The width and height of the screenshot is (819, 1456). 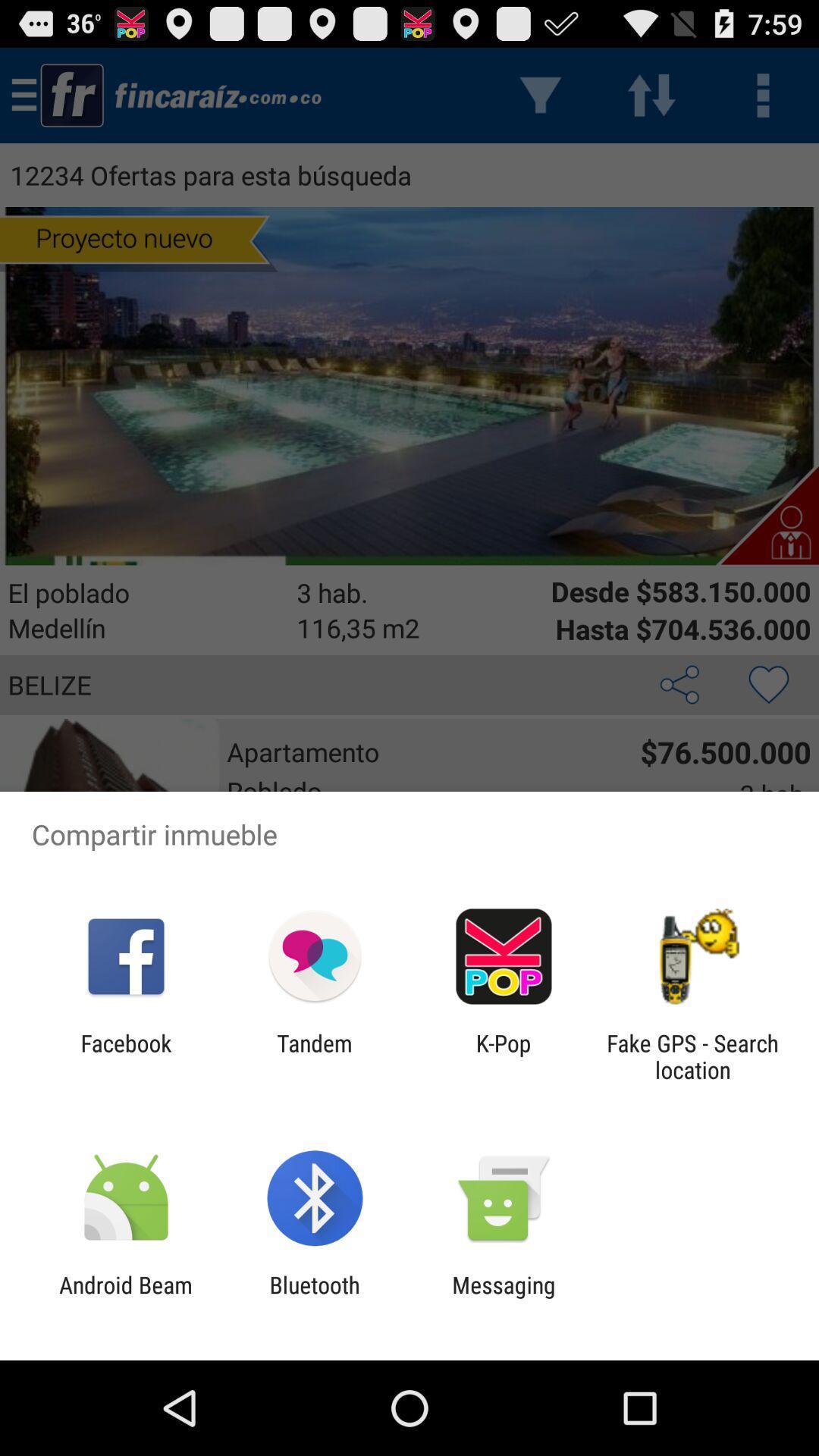 What do you see at coordinates (125, 1056) in the screenshot?
I see `the item next to the tandem icon` at bounding box center [125, 1056].